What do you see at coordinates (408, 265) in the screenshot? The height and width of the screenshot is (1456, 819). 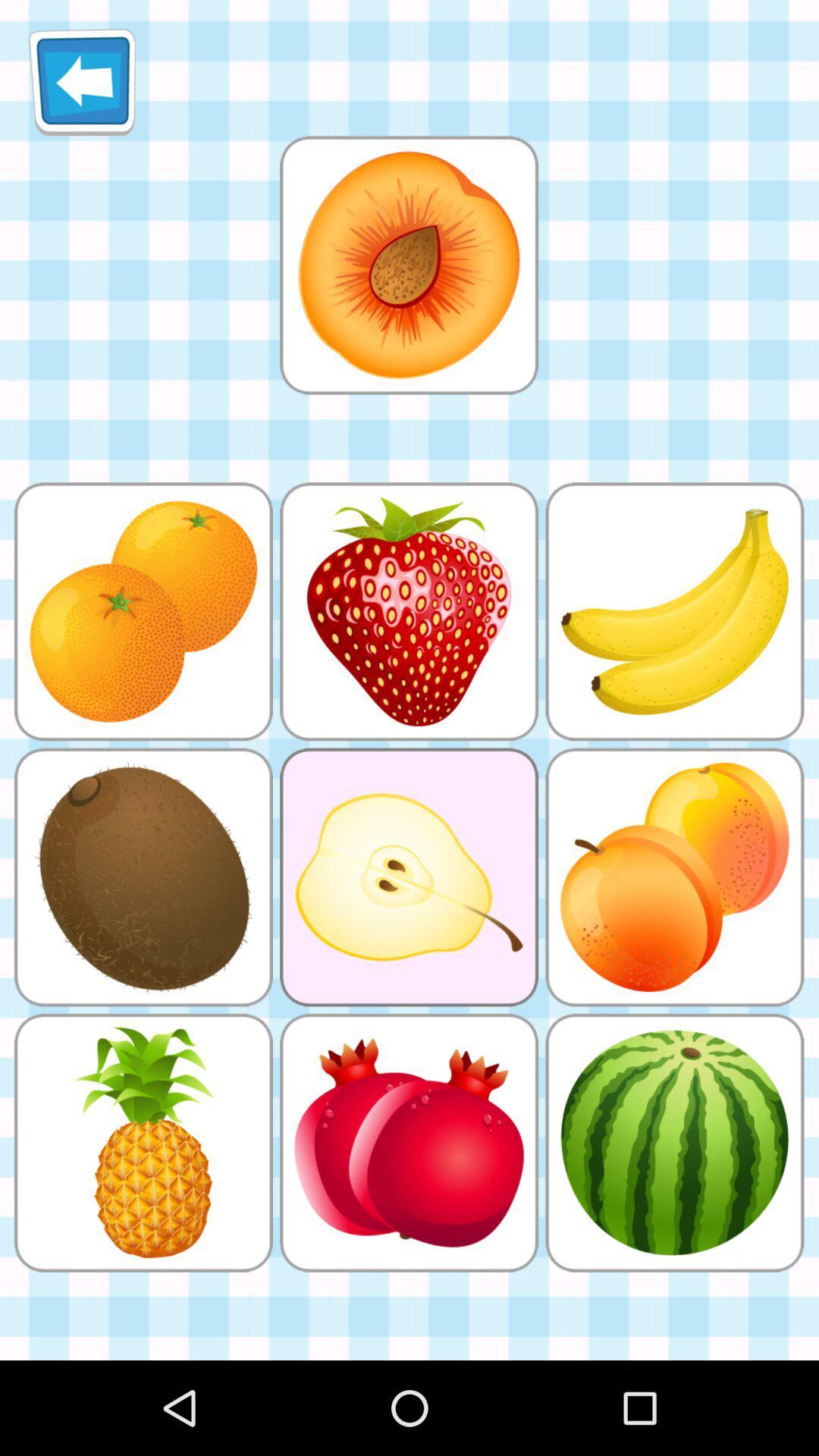 I see `image` at bounding box center [408, 265].